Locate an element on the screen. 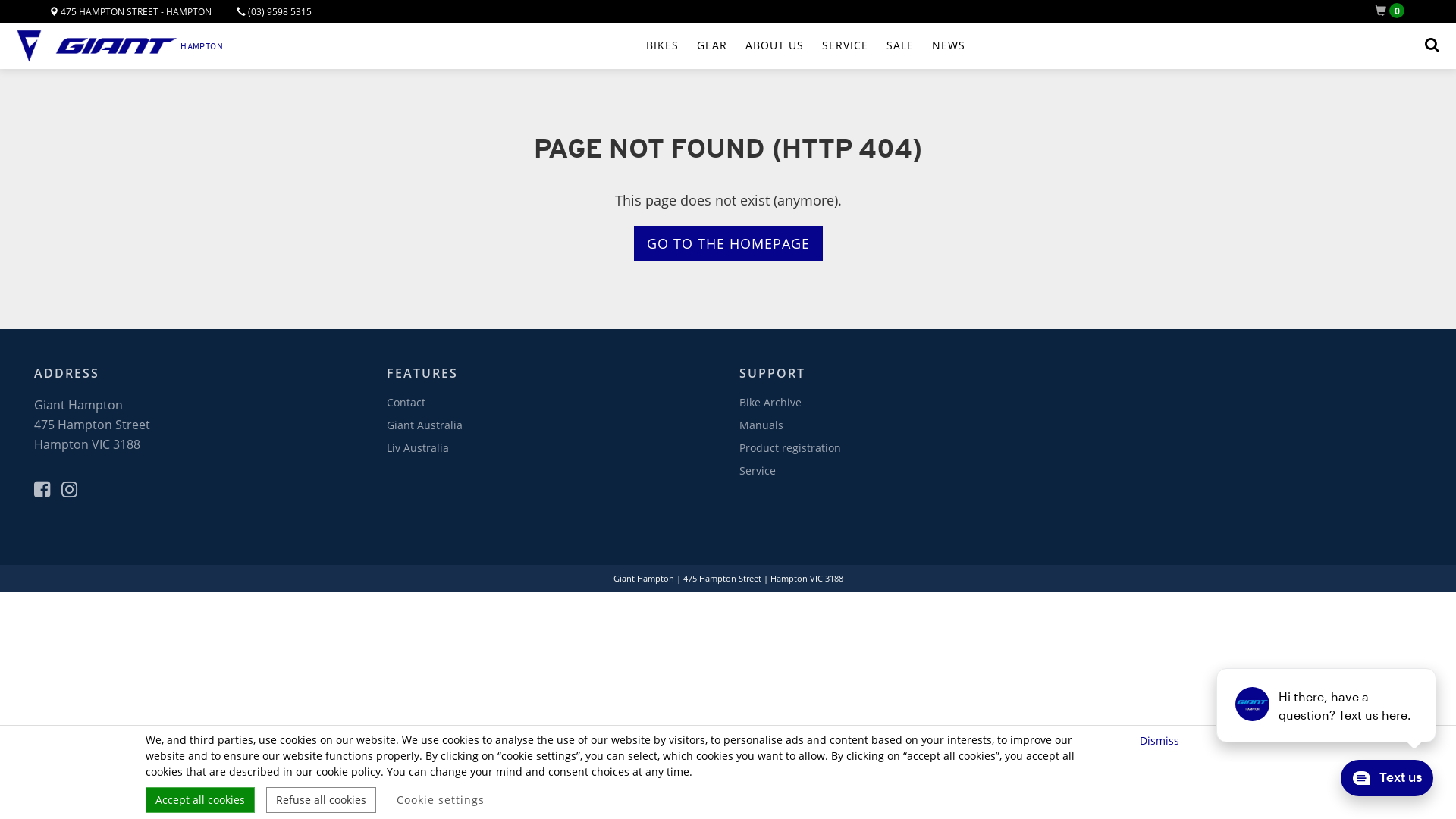 The width and height of the screenshot is (1456, 819). 'ABOUT US' is located at coordinates (774, 45).